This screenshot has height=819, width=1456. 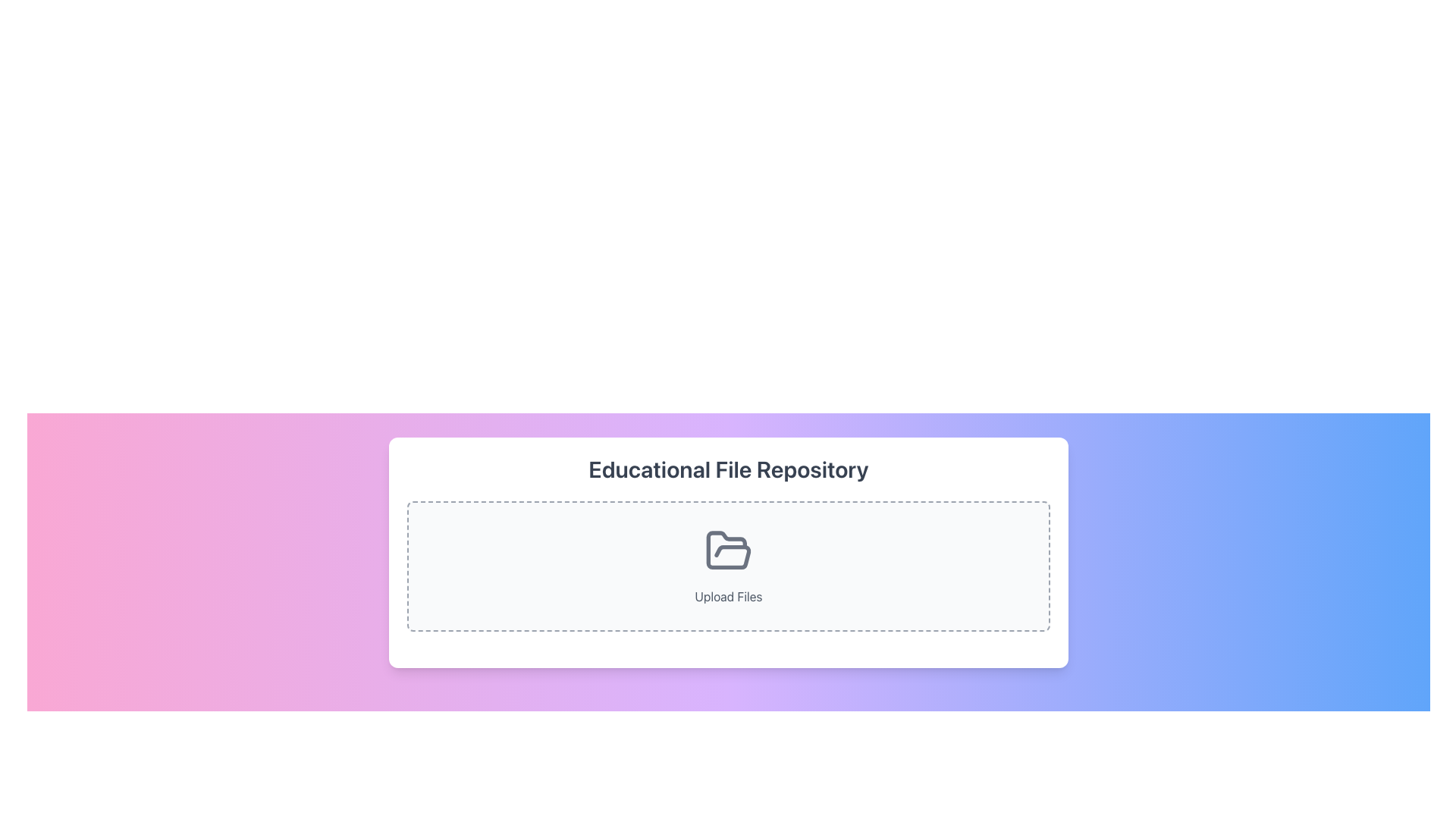 I want to click on and drop files into the File upload area, which is a rectangular box with dashed borders and a folder icon labeled 'Upload Files', located below the 'Educational File Repository' heading, so click(x=728, y=566).